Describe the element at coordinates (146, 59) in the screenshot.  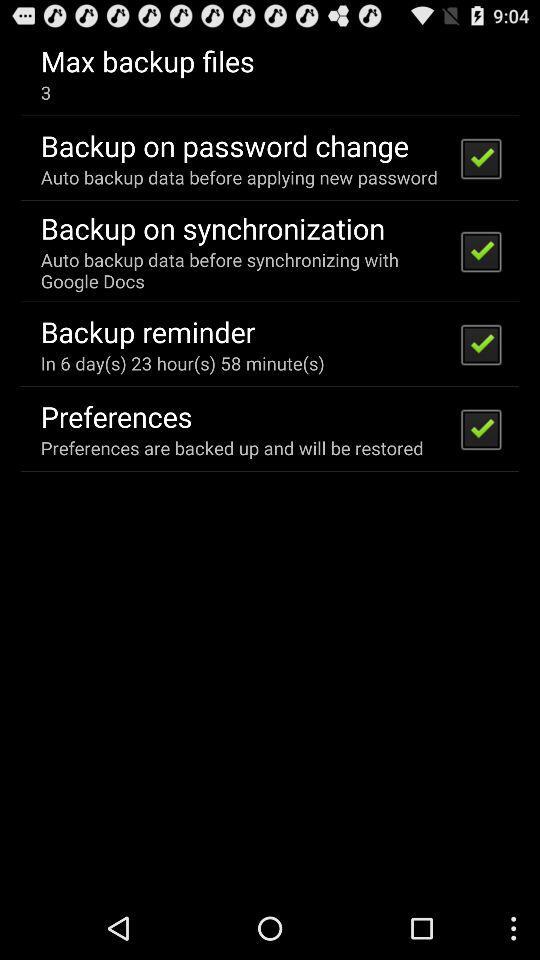
I see `the icon above the 3` at that location.